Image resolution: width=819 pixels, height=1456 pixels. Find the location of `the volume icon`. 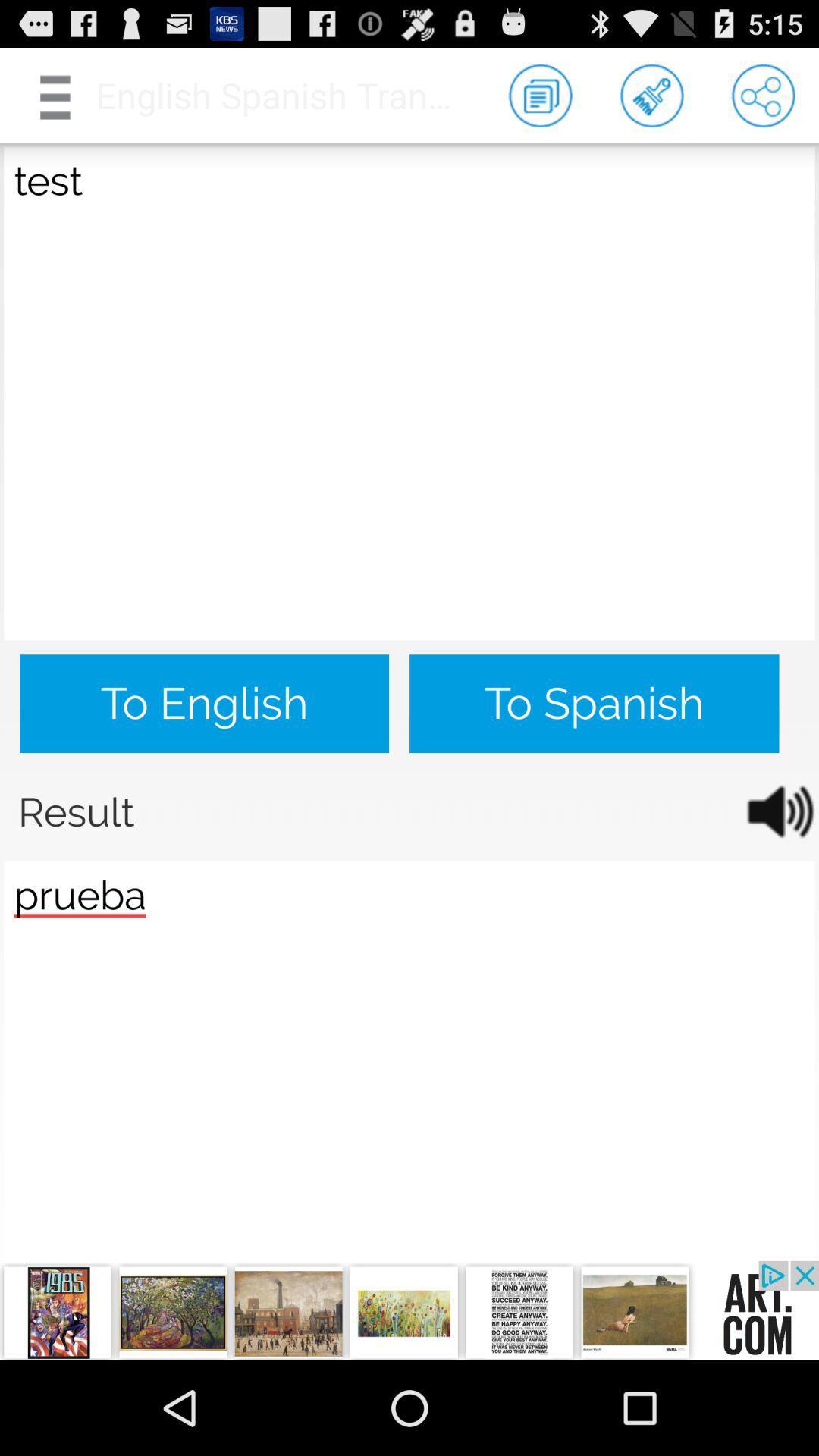

the volume icon is located at coordinates (770, 869).